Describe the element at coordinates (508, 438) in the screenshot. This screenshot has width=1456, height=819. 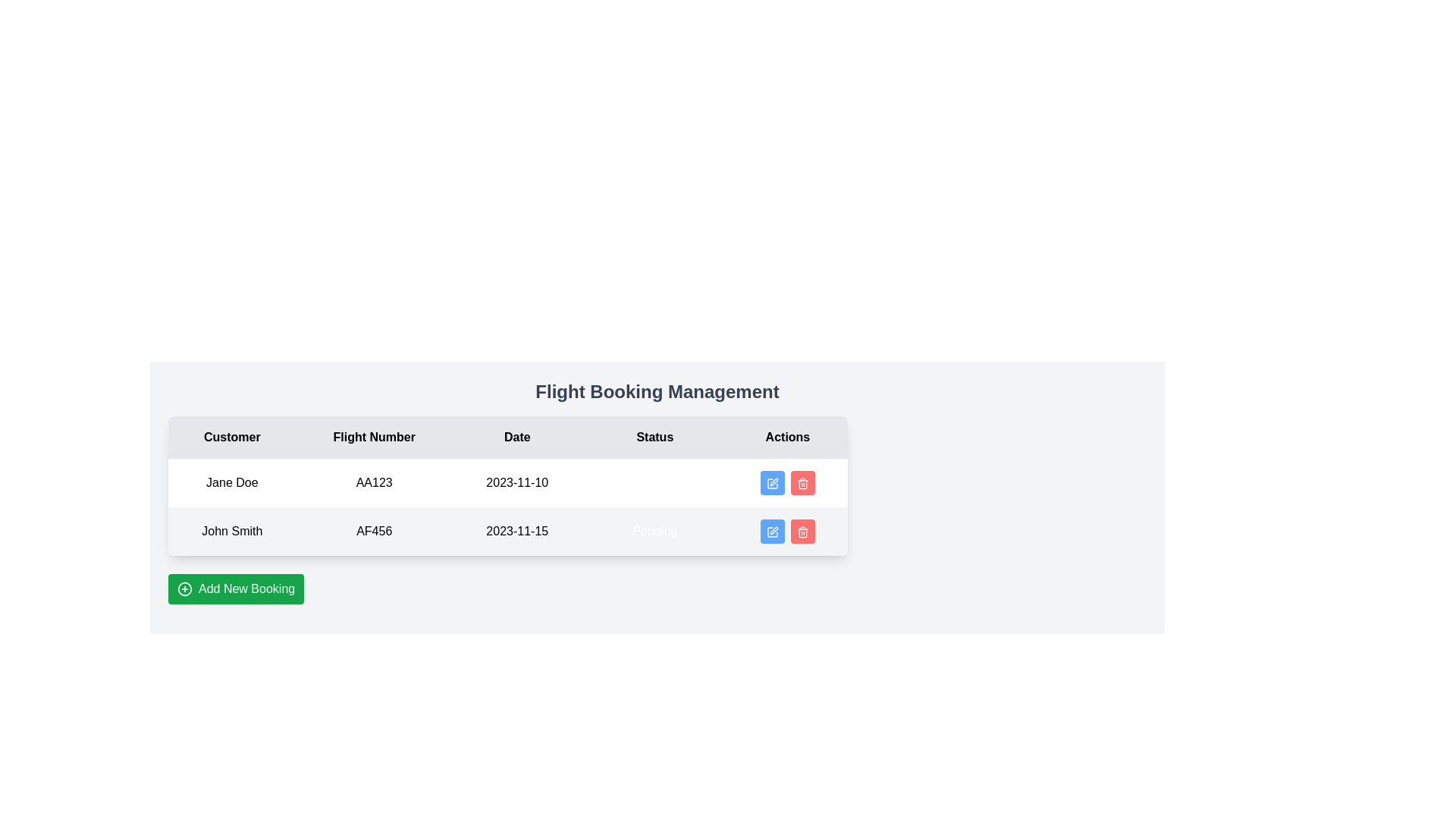
I see `text of the 'Date' column header in the 'Flight Booking Management' table, which is the third header in the top row, following 'Customer' and 'Flight Number'` at that location.